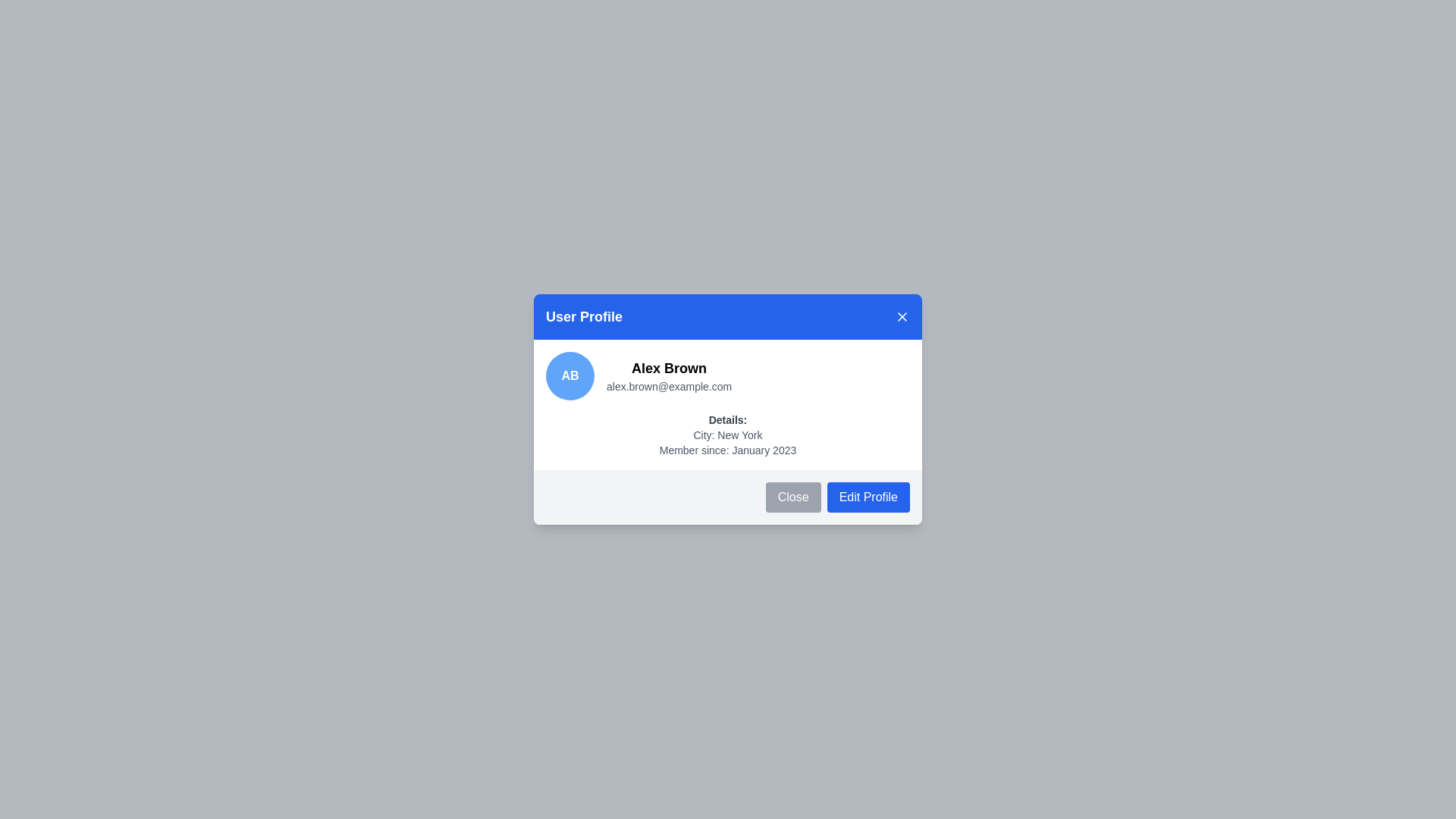 Image resolution: width=1456 pixels, height=819 pixels. Describe the element at coordinates (728, 420) in the screenshot. I see `the Static Text Label that indicates the user details, located centrally within the user profile card beneath the user name and email` at that location.